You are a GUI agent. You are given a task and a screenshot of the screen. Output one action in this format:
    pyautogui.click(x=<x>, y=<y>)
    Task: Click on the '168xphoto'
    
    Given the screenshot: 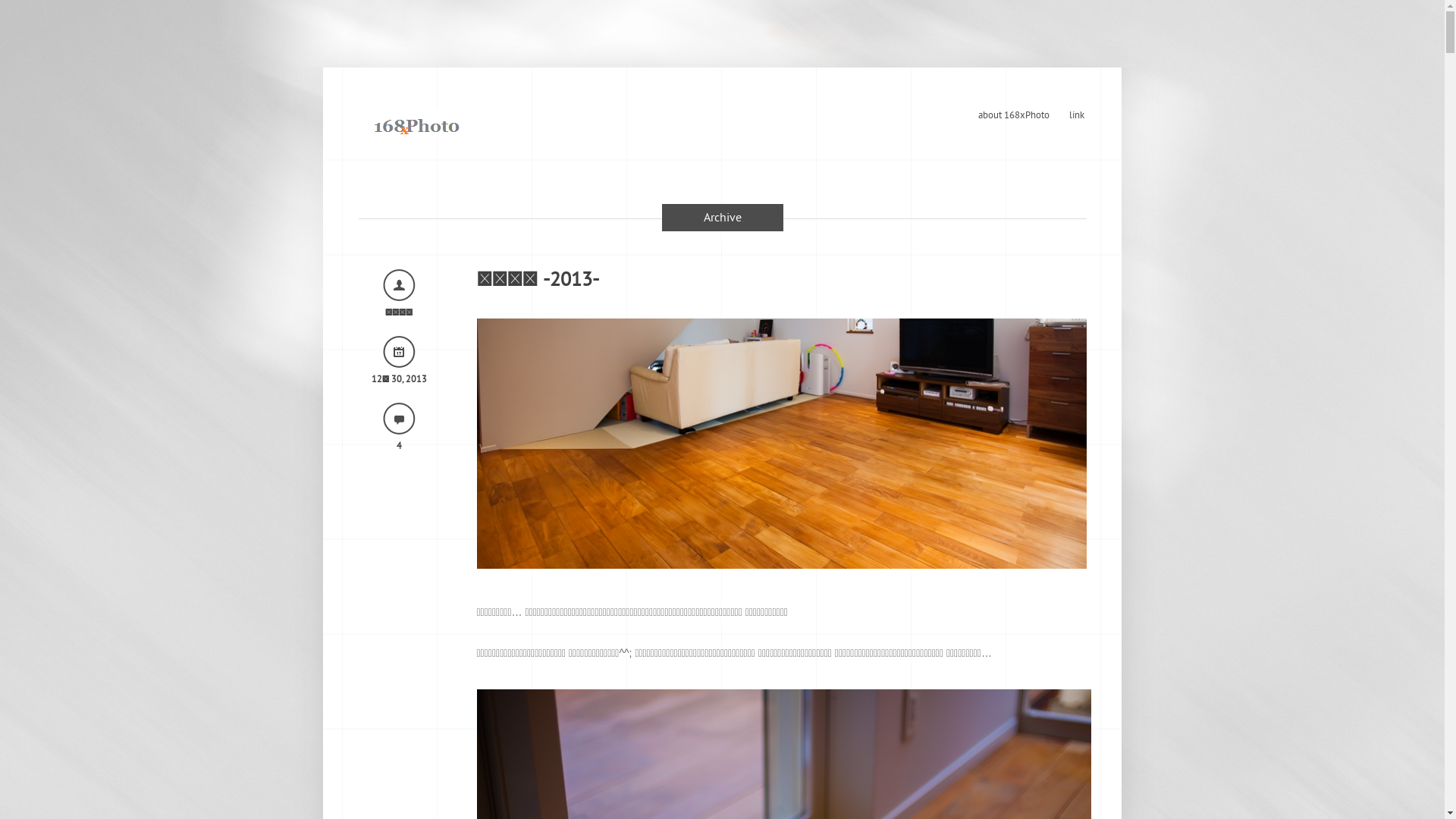 What is the action you would take?
    pyautogui.click(x=416, y=122)
    